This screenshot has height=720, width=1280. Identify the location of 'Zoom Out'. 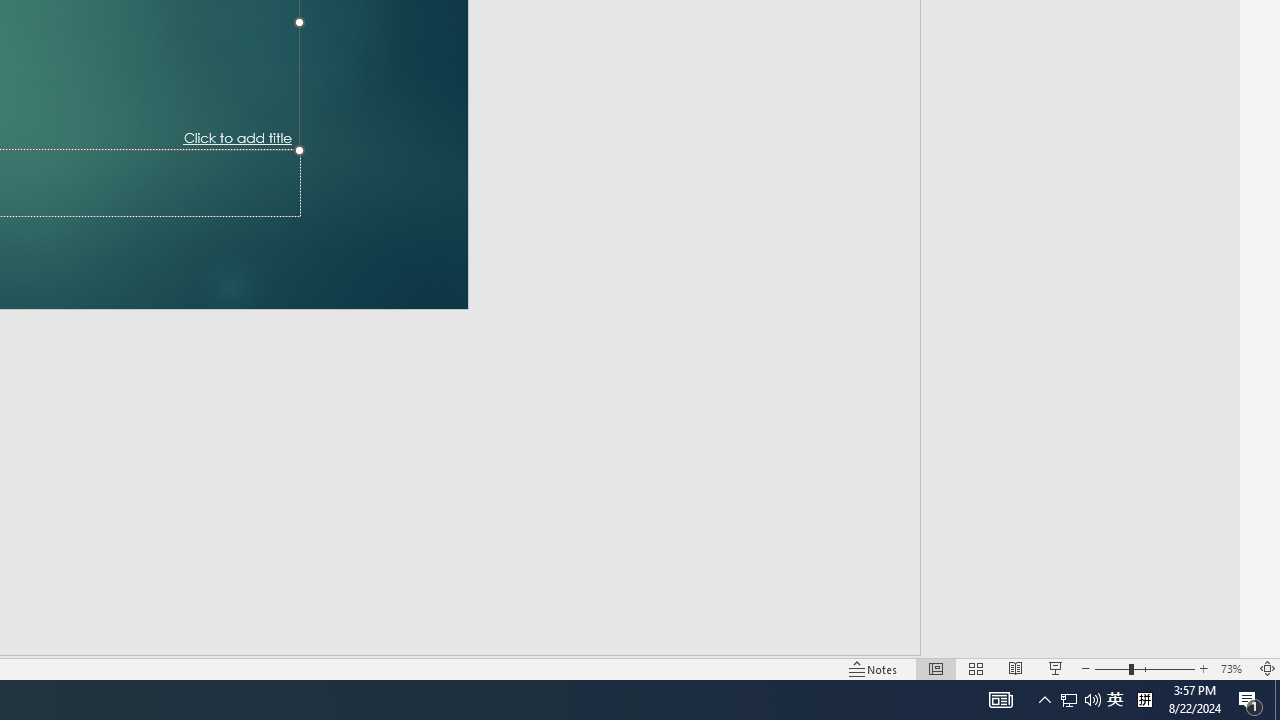
(1067, 640).